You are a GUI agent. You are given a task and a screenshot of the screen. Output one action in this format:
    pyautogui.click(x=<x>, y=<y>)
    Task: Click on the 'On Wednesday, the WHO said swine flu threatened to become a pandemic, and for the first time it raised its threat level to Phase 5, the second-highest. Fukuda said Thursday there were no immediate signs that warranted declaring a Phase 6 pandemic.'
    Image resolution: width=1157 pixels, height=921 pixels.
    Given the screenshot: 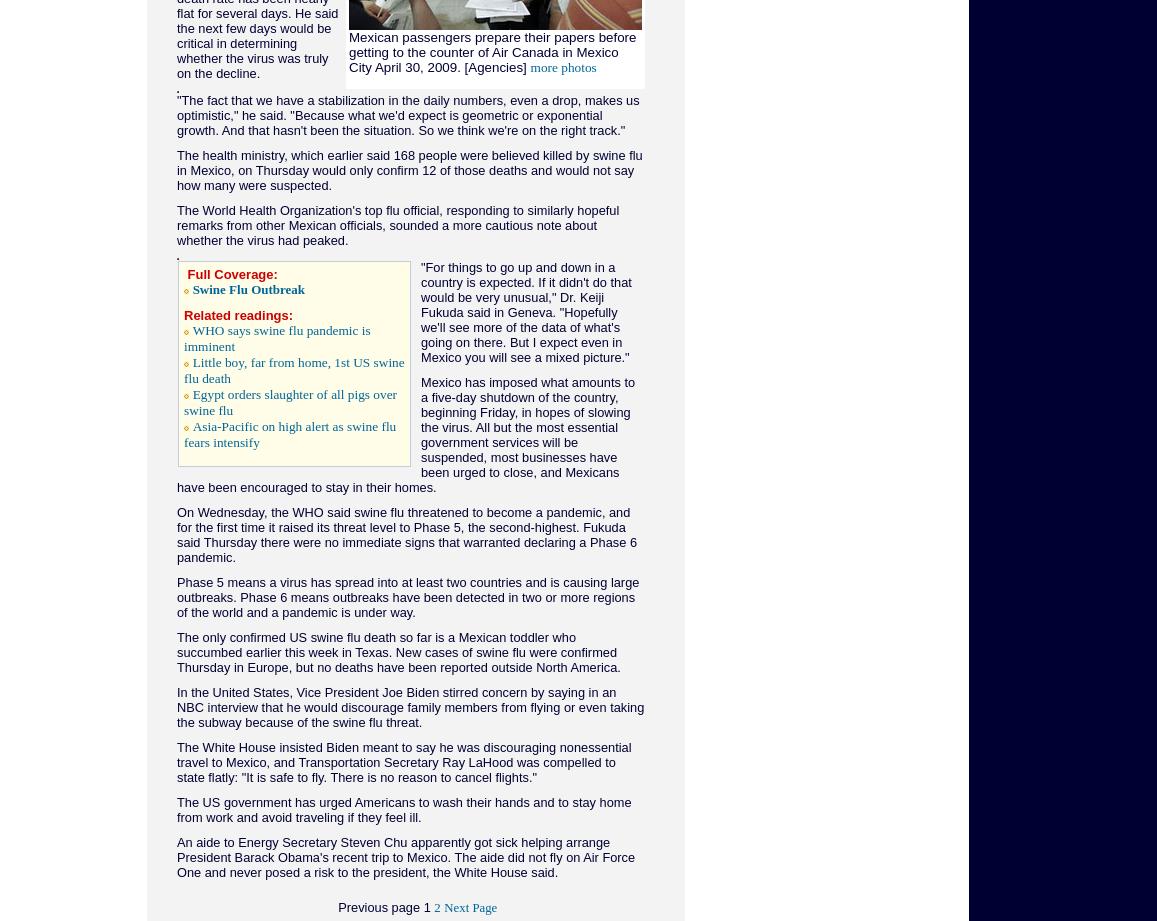 What is the action you would take?
    pyautogui.click(x=406, y=534)
    